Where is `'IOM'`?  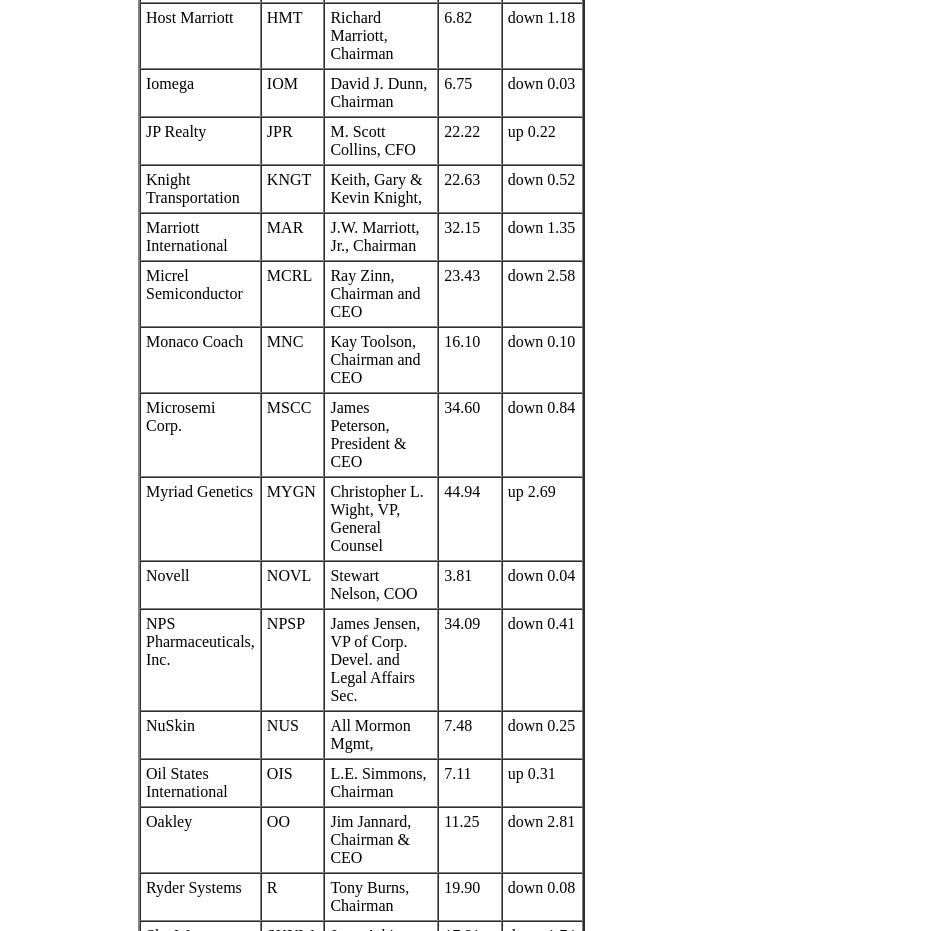
'IOM' is located at coordinates (281, 83).